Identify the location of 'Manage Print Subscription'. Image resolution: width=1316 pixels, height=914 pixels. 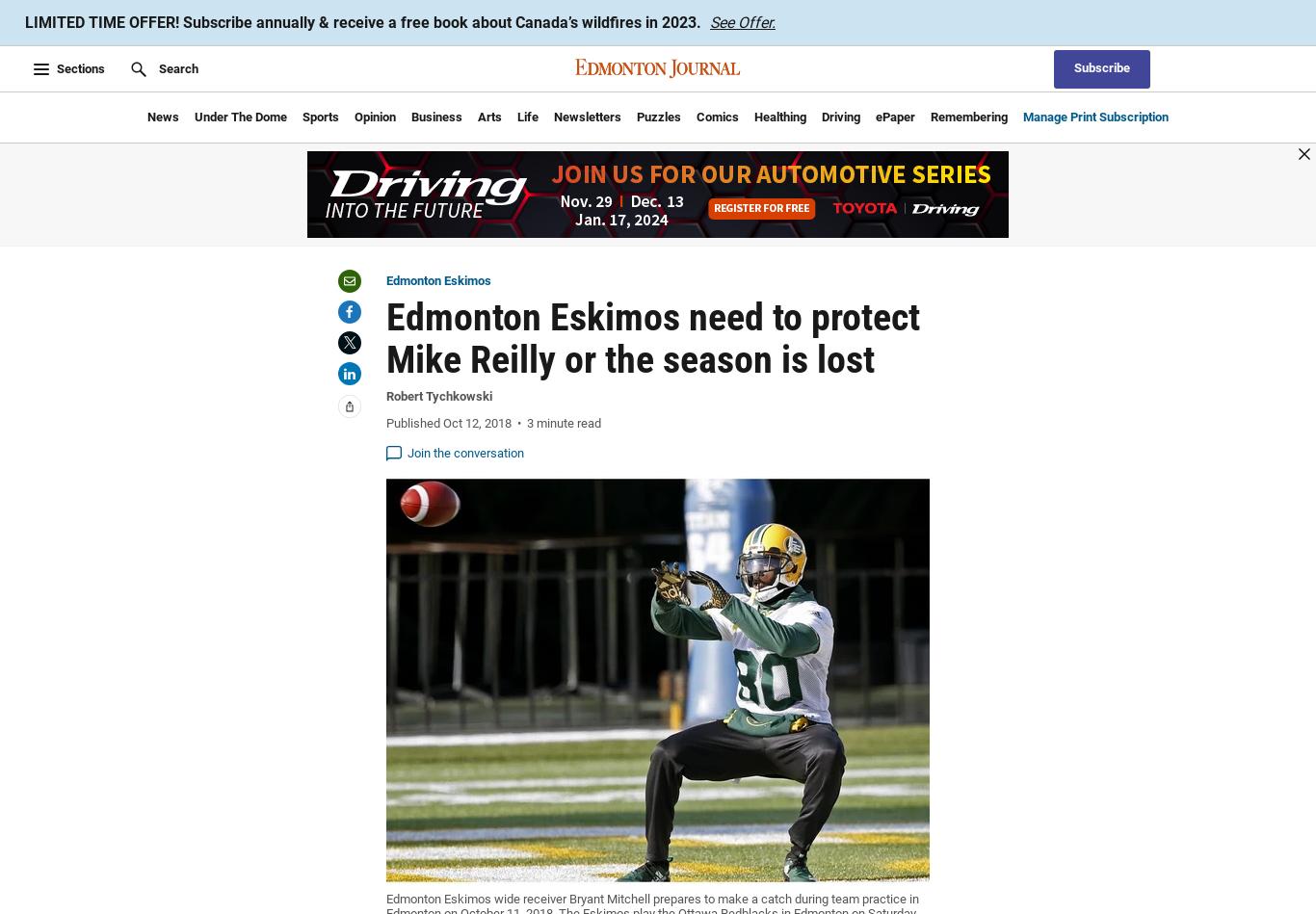
(1094, 116).